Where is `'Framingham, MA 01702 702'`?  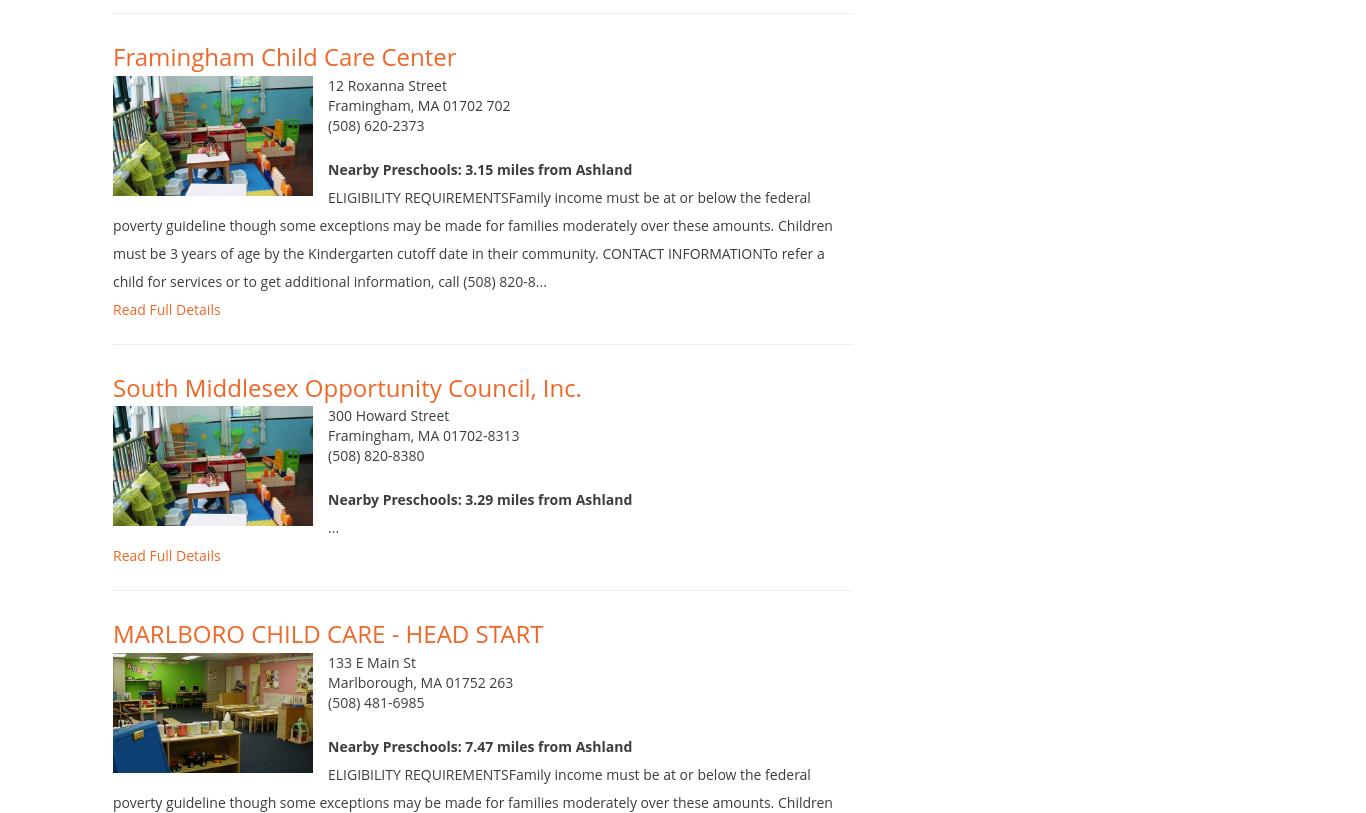
'Framingham, MA 01702 702' is located at coordinates (327, 134).